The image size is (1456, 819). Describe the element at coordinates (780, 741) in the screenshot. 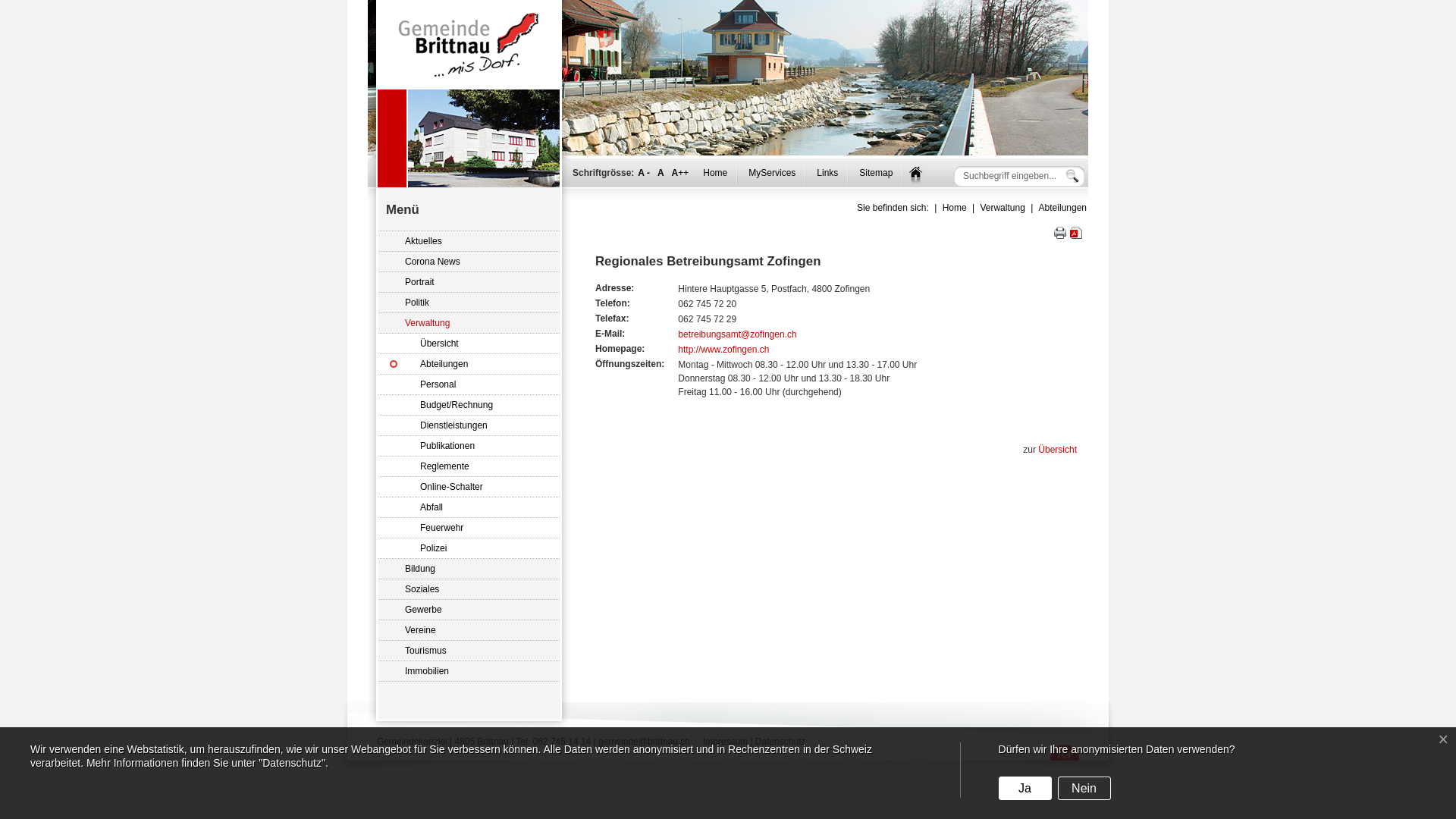

I see `'Datenschutz'` at that location.